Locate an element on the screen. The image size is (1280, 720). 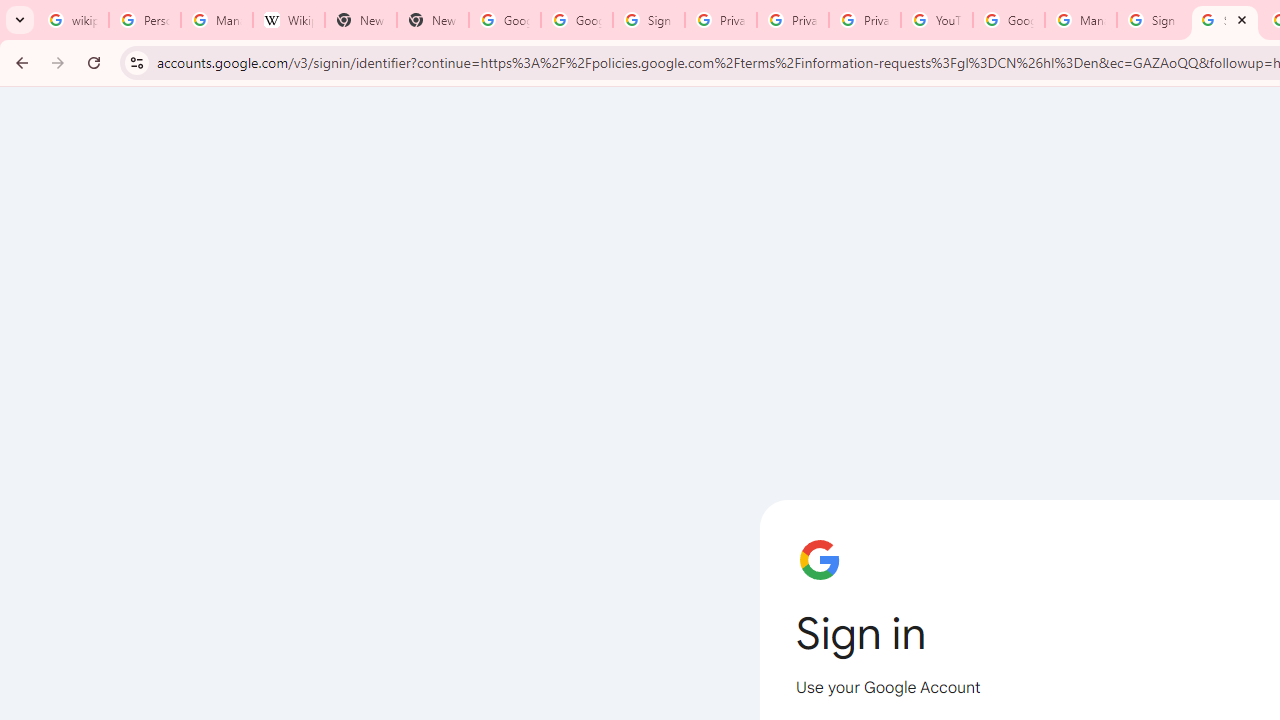
'New Tab' is located at coordinates (360, 20).